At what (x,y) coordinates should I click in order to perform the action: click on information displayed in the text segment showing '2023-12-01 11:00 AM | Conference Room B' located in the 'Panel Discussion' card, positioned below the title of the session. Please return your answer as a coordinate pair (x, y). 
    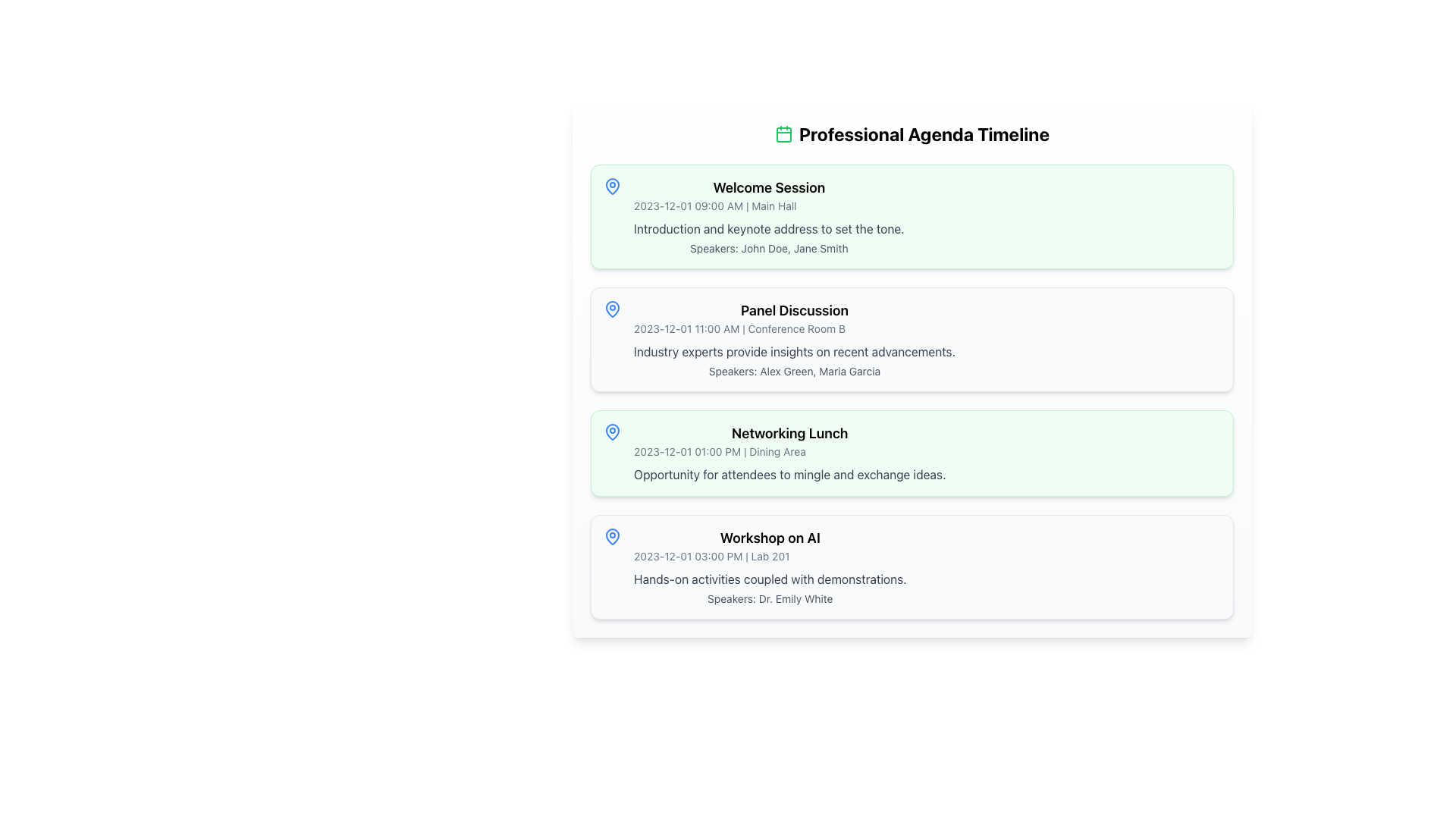
    Looking at the image, I should click on (793, 328).